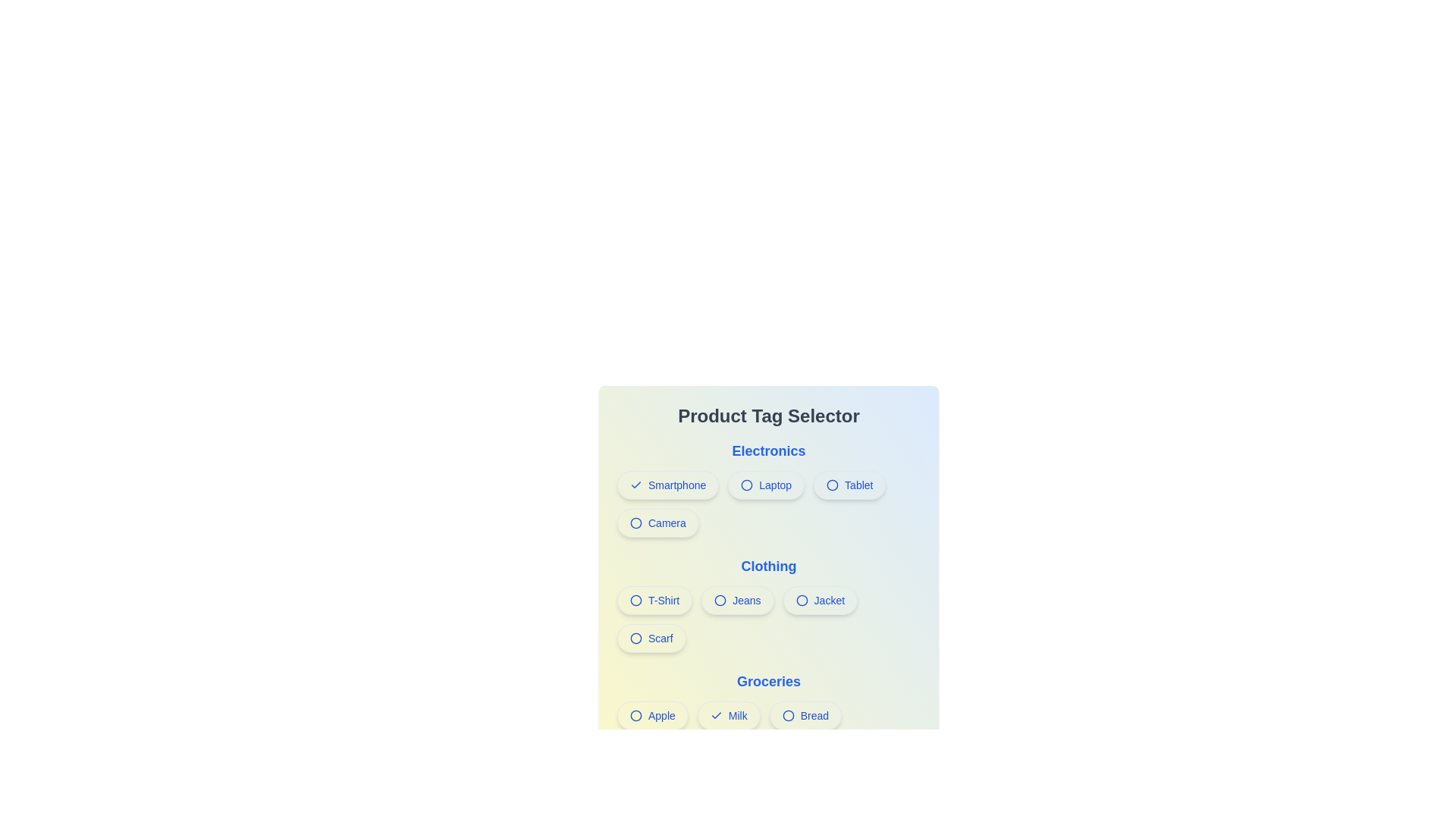 The image size is (1456, 819). I want to click on the radio button for the 'Jeans' option under the 'Clothing' category, so click(720, 599).